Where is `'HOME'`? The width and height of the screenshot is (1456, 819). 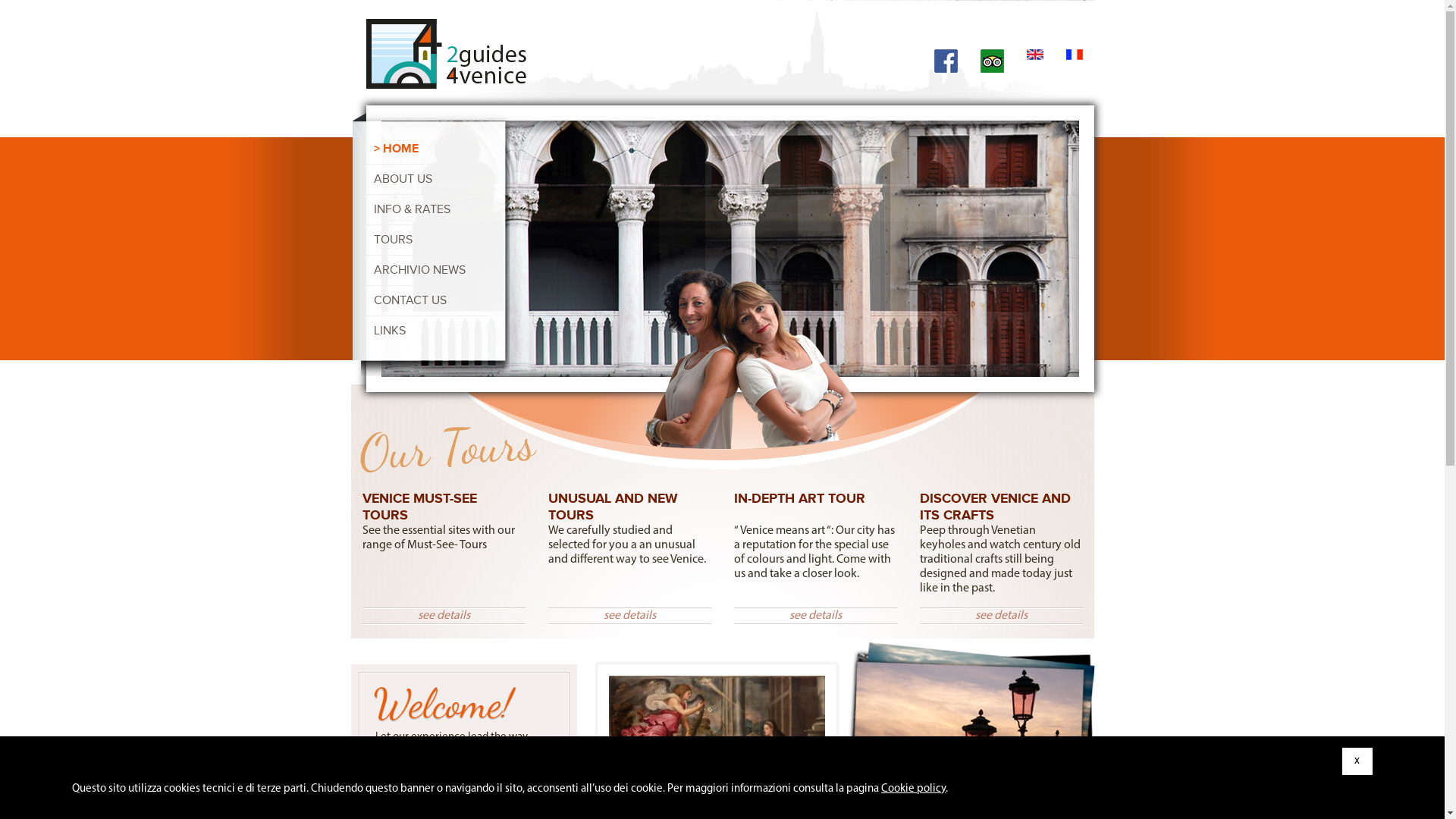
'HOME' is located at coordinates (395, 149).